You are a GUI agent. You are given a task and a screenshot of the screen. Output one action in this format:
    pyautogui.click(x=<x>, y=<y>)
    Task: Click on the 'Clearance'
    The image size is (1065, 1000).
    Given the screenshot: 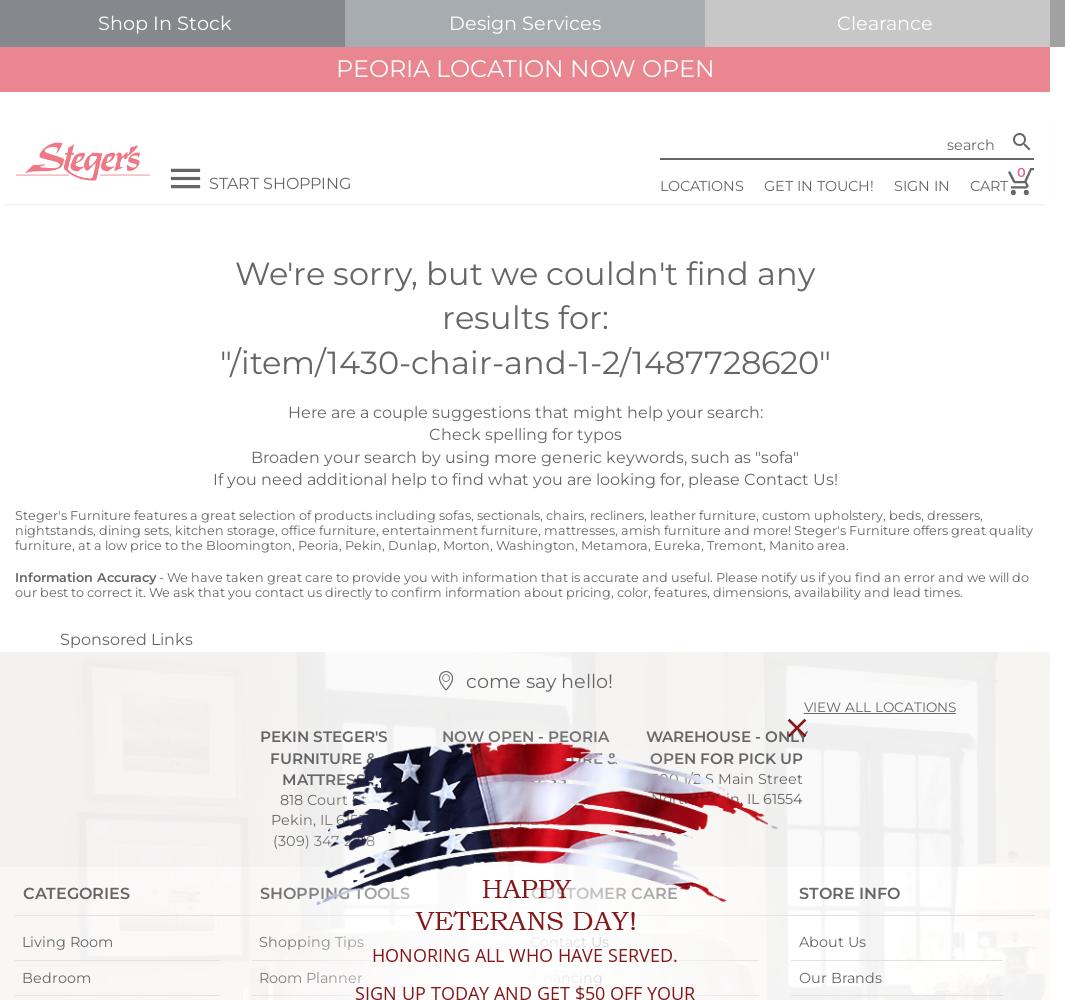 What is the action you would take?
    pyautogui.click(x=836, y=23)
    